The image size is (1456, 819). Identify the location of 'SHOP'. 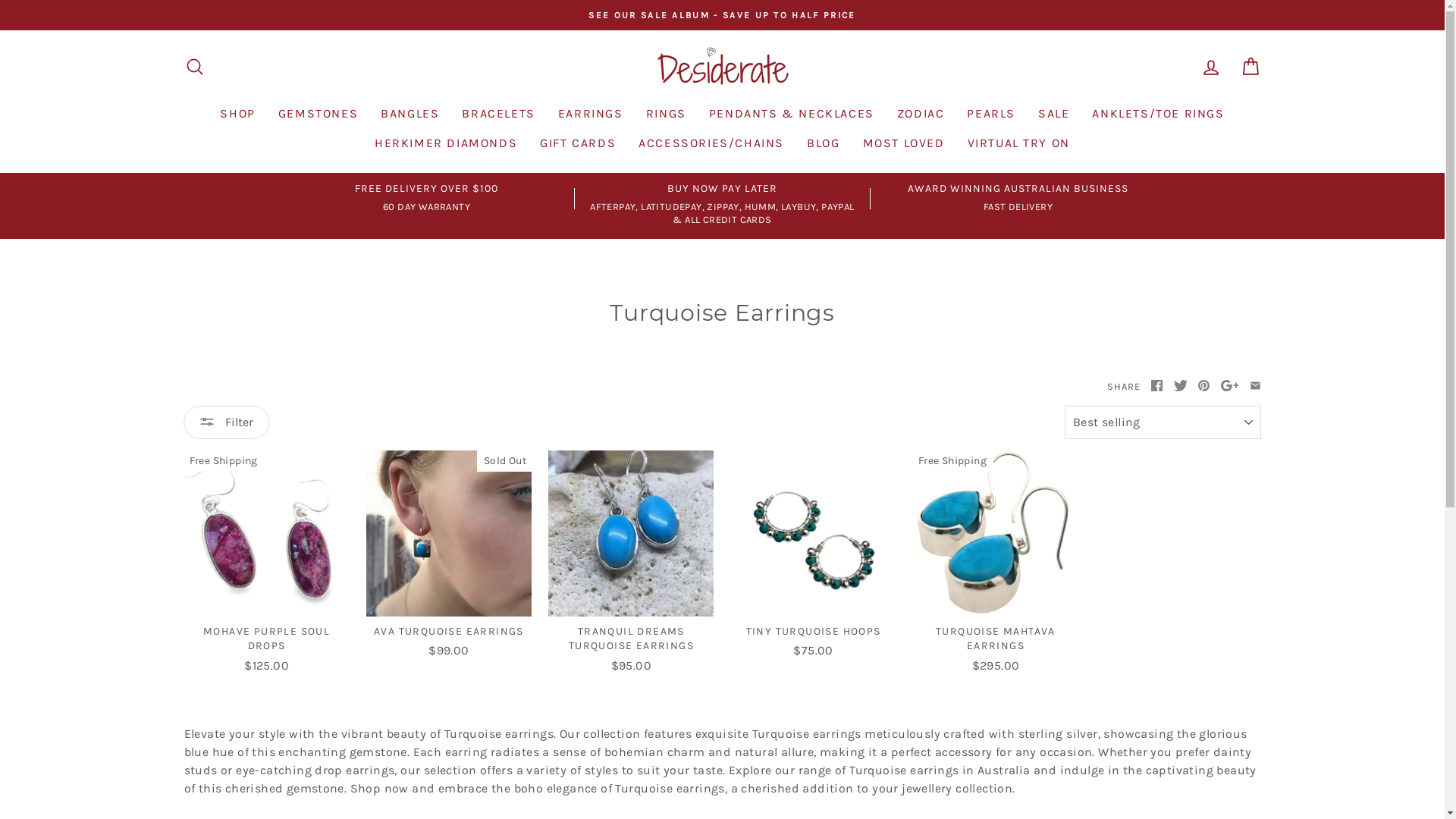
(236, 112).